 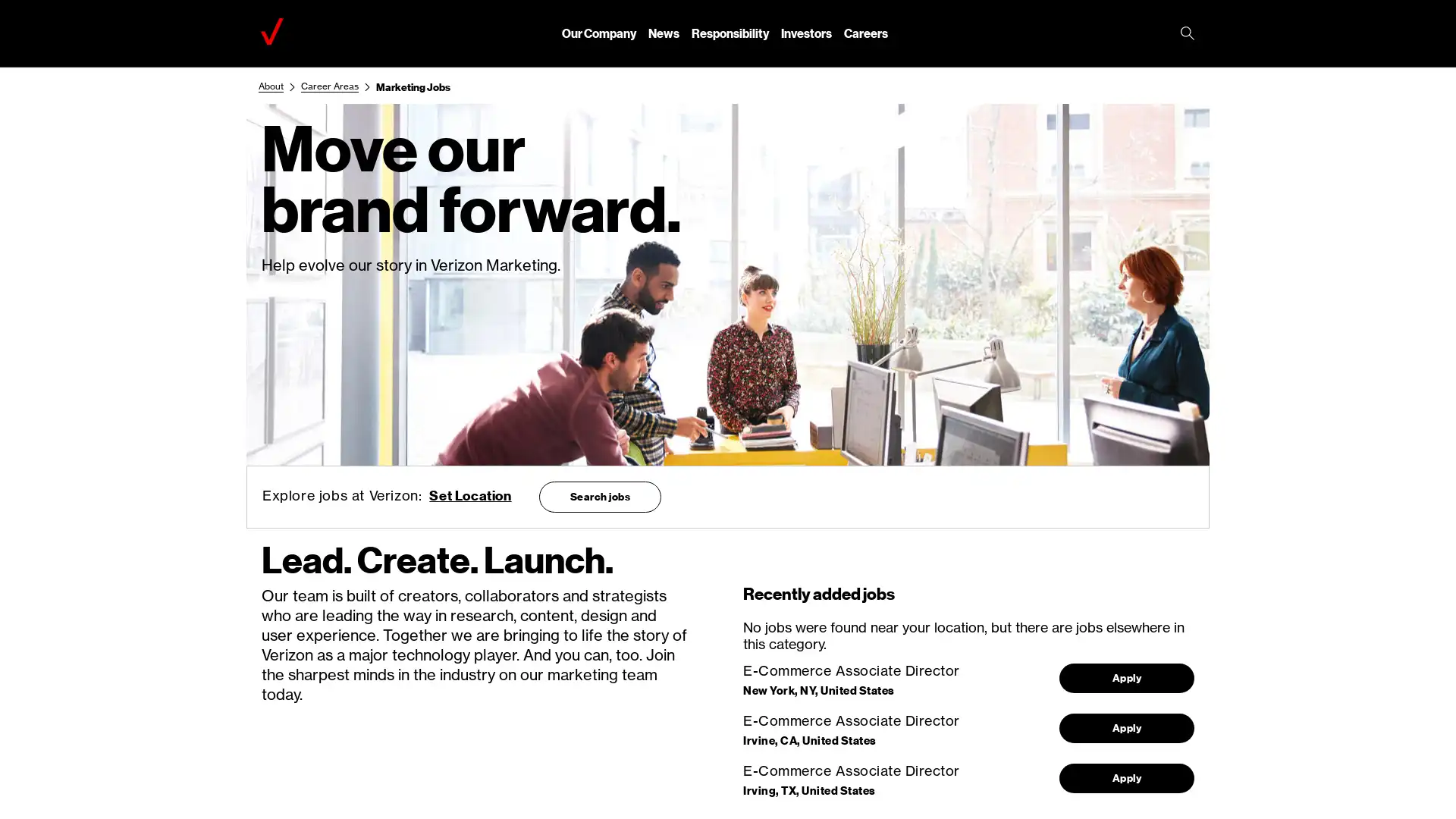 What do you see at coordinates (598, 33) in the screenshot?
I see `Our Company Menu List` at bounding box center [598, 33].